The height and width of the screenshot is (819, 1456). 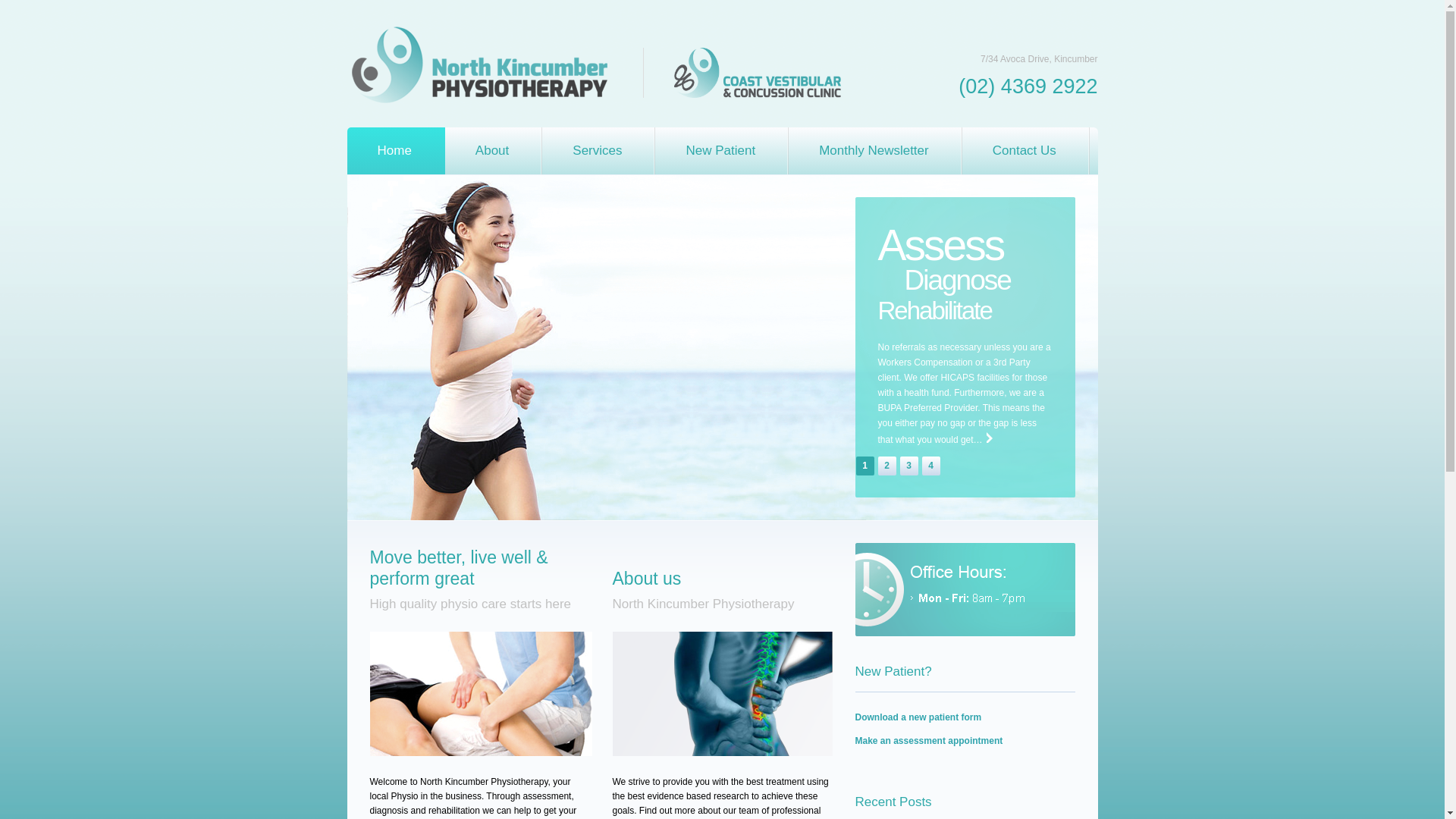 I want to click on '3', so click(x=899, y=465).